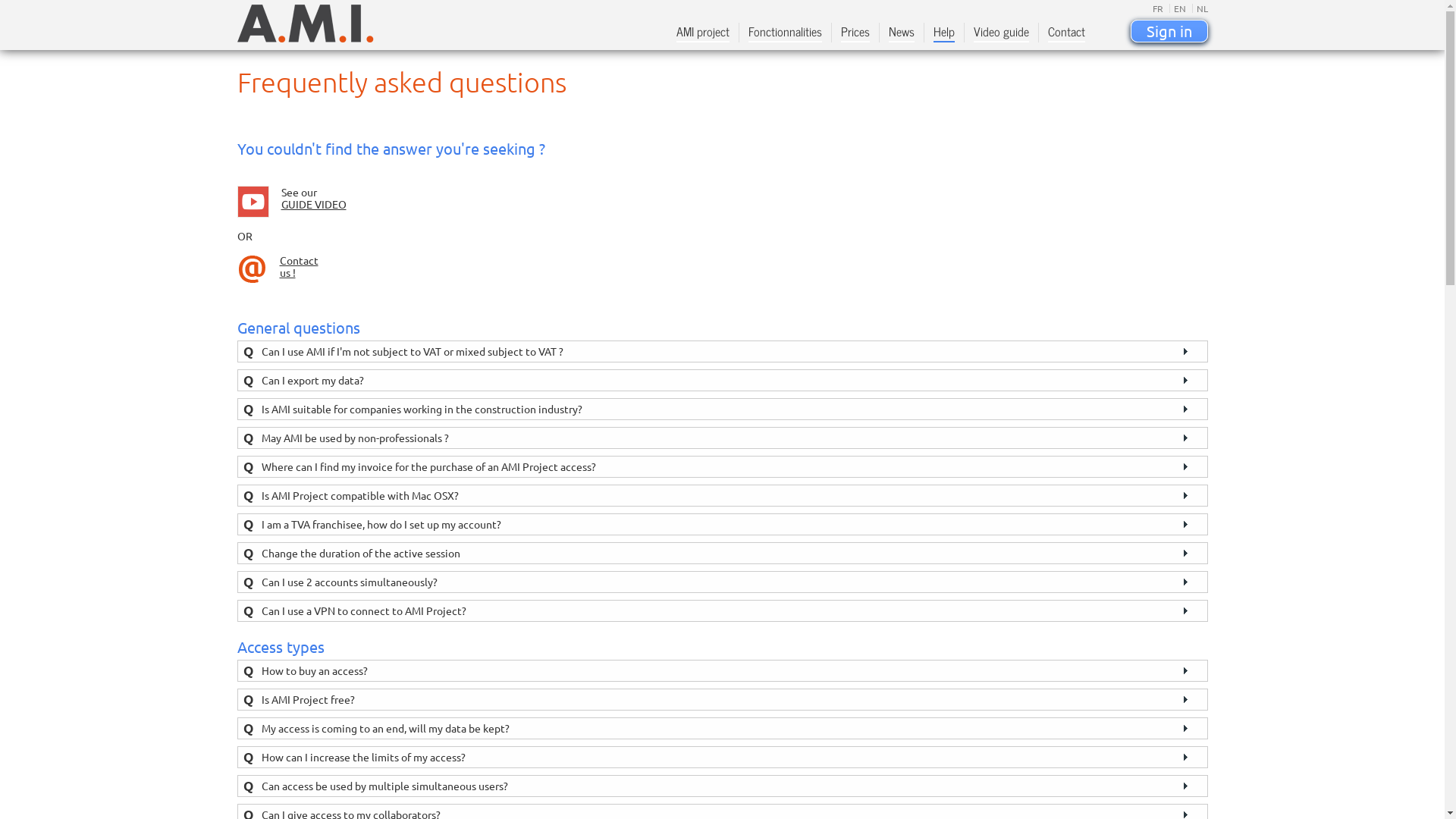 Image resolution: width=1456 pixels, height=819 pixels. I want to click on 'Contact, so click(298, 265).